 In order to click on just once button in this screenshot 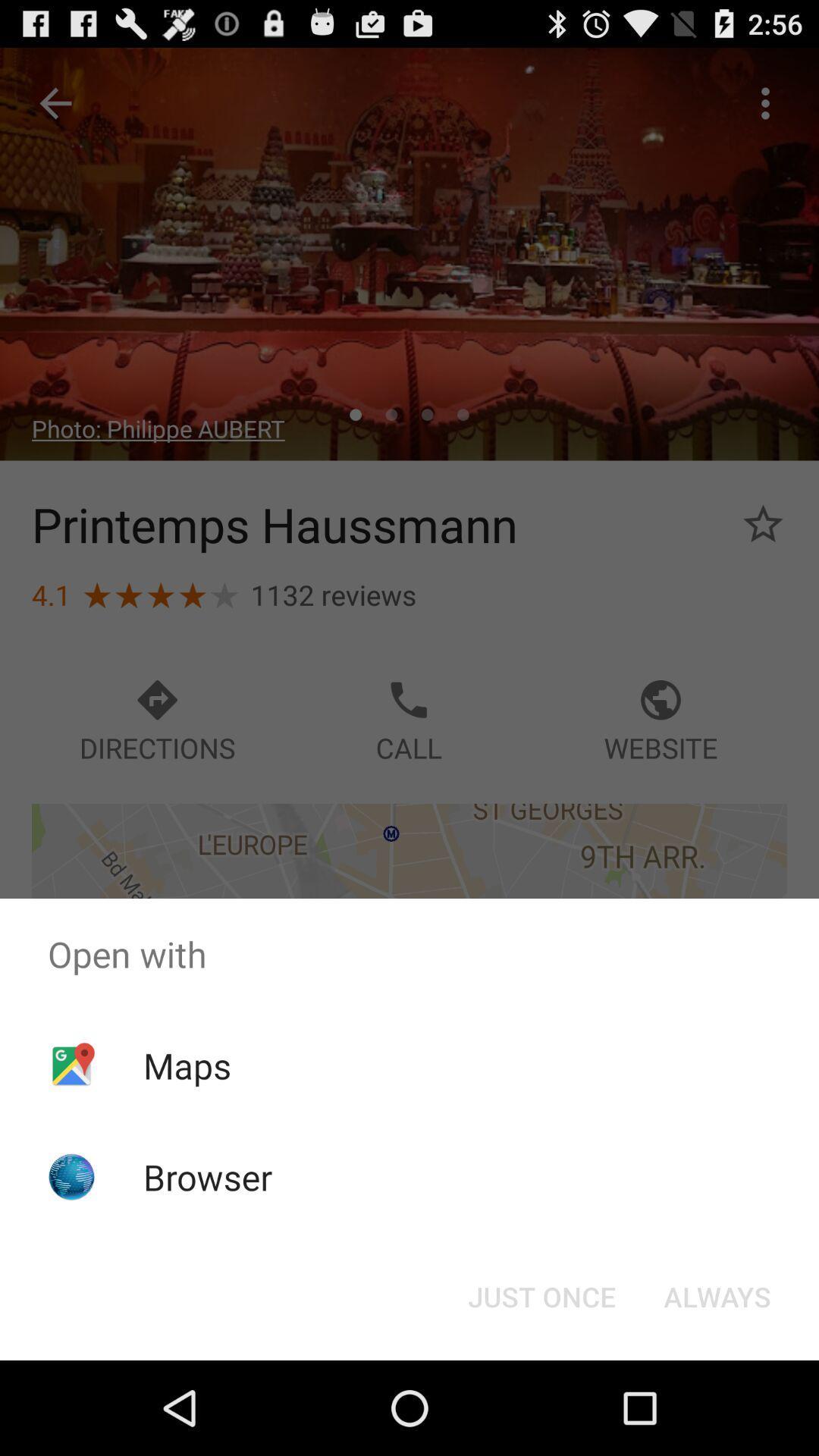, I will do `click(541, 1295)`.